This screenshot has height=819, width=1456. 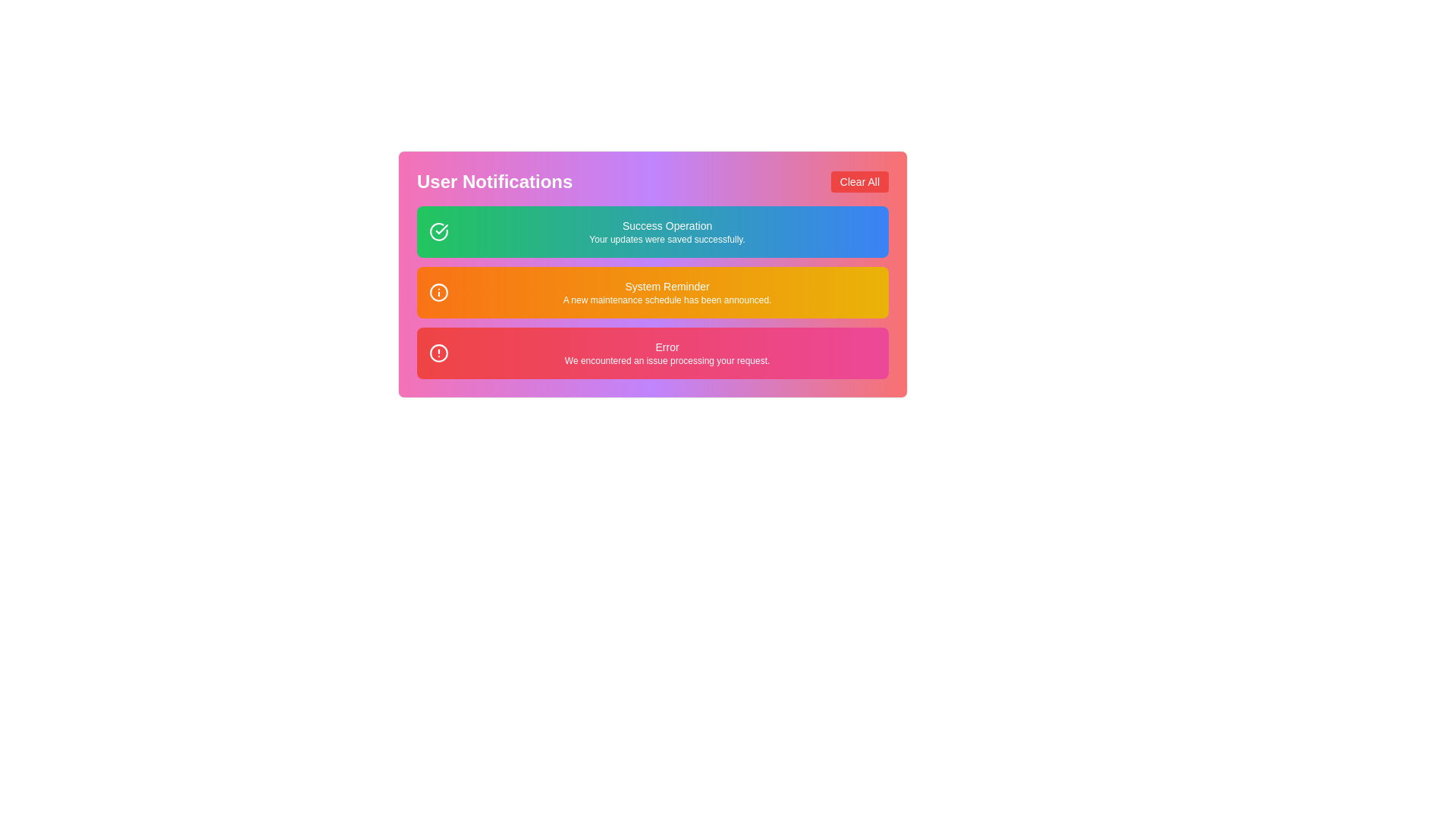 What do you see at coordinates (667, 239) in the screenshot?
I see `the static confirmation message that indicates successful updates have been saved, located in the topmost notification box below the 'Success Operation' text` at bounding box center [667, 239].